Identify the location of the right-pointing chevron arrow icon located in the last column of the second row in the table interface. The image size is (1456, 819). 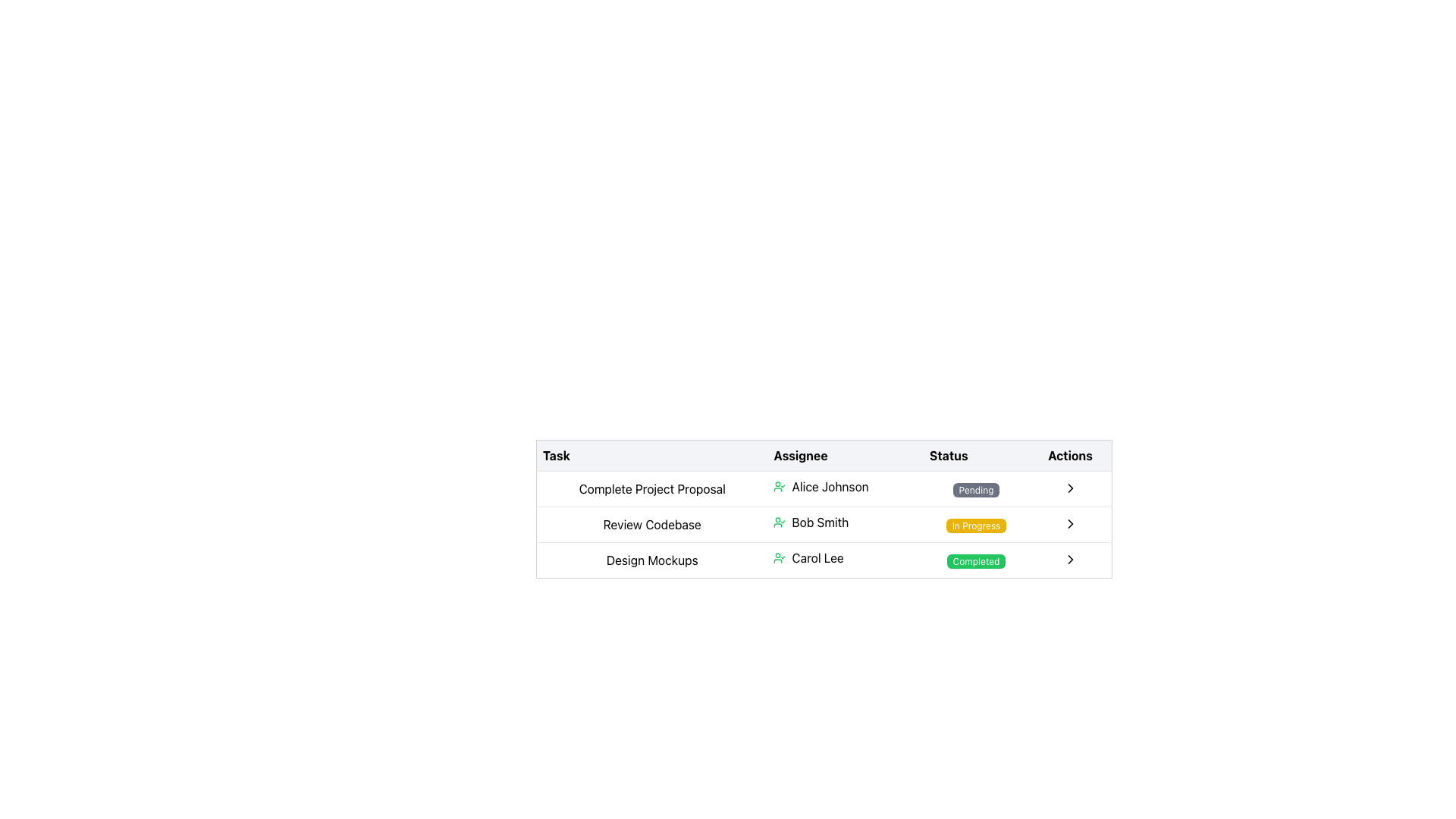
(1069, 559).